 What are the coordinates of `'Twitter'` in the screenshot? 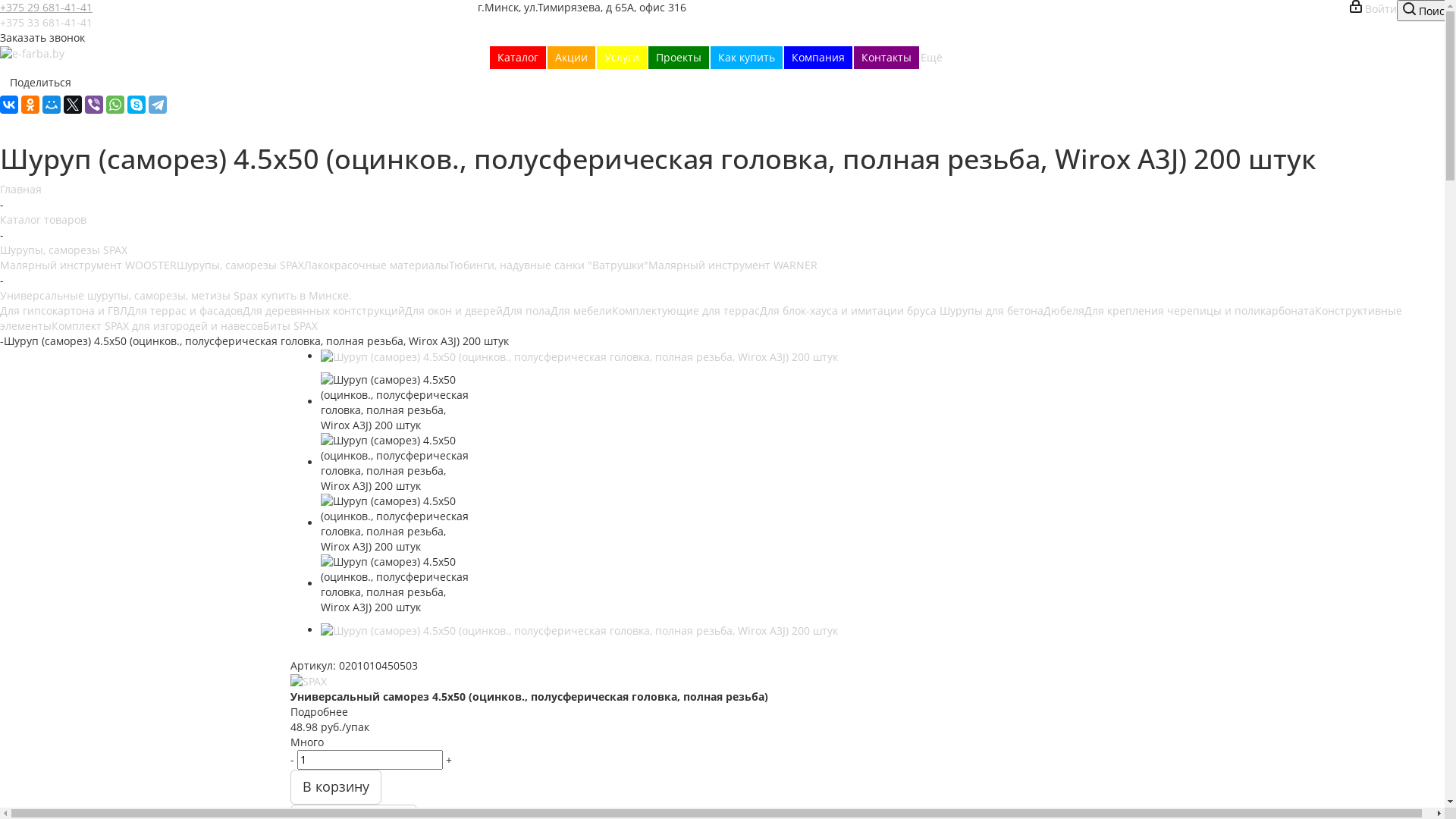 It's located at (72, 104).